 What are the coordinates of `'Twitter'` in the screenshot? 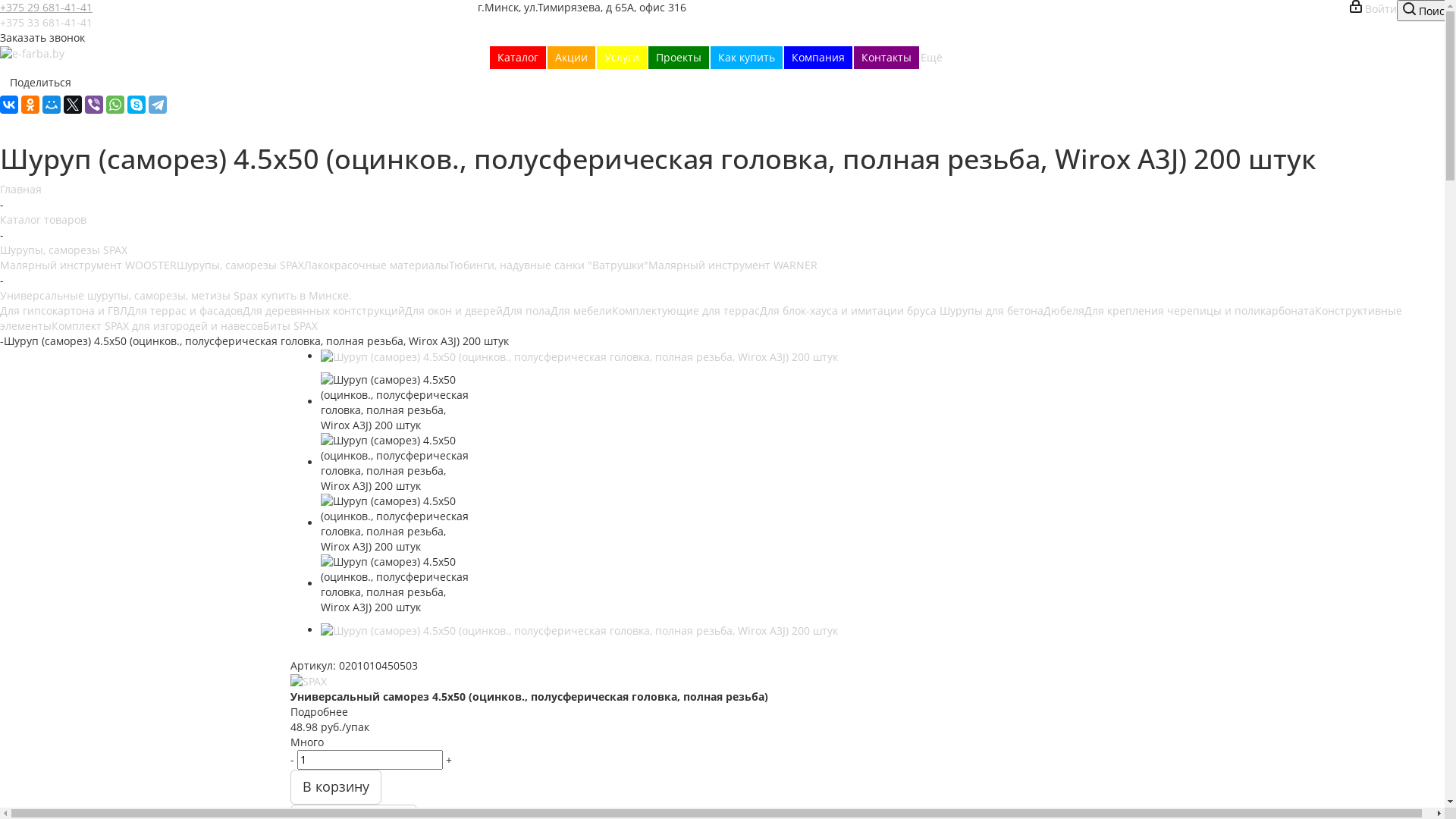 It's located at (72, 104).